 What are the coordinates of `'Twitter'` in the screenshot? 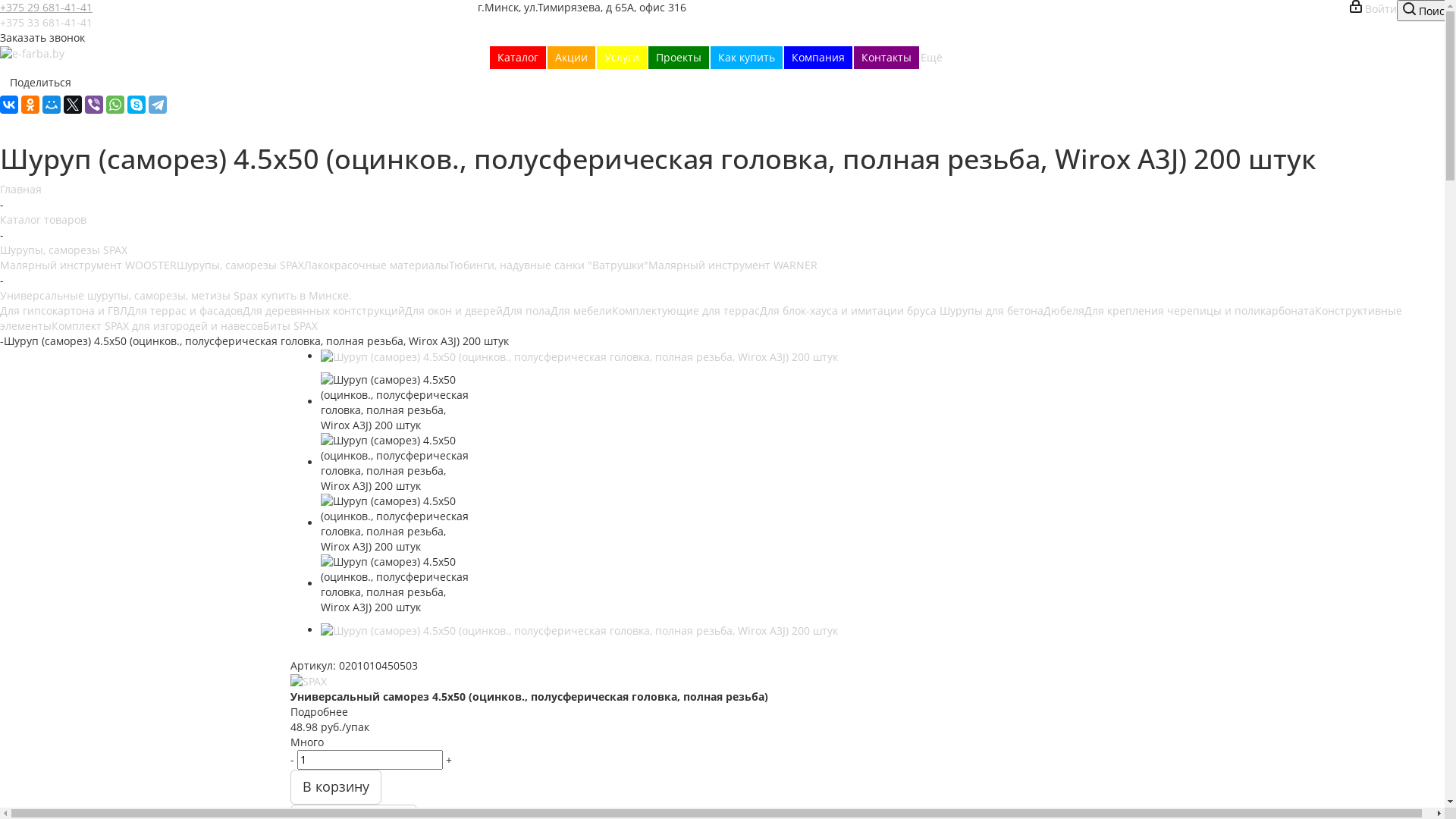 It's located at (72, 104).